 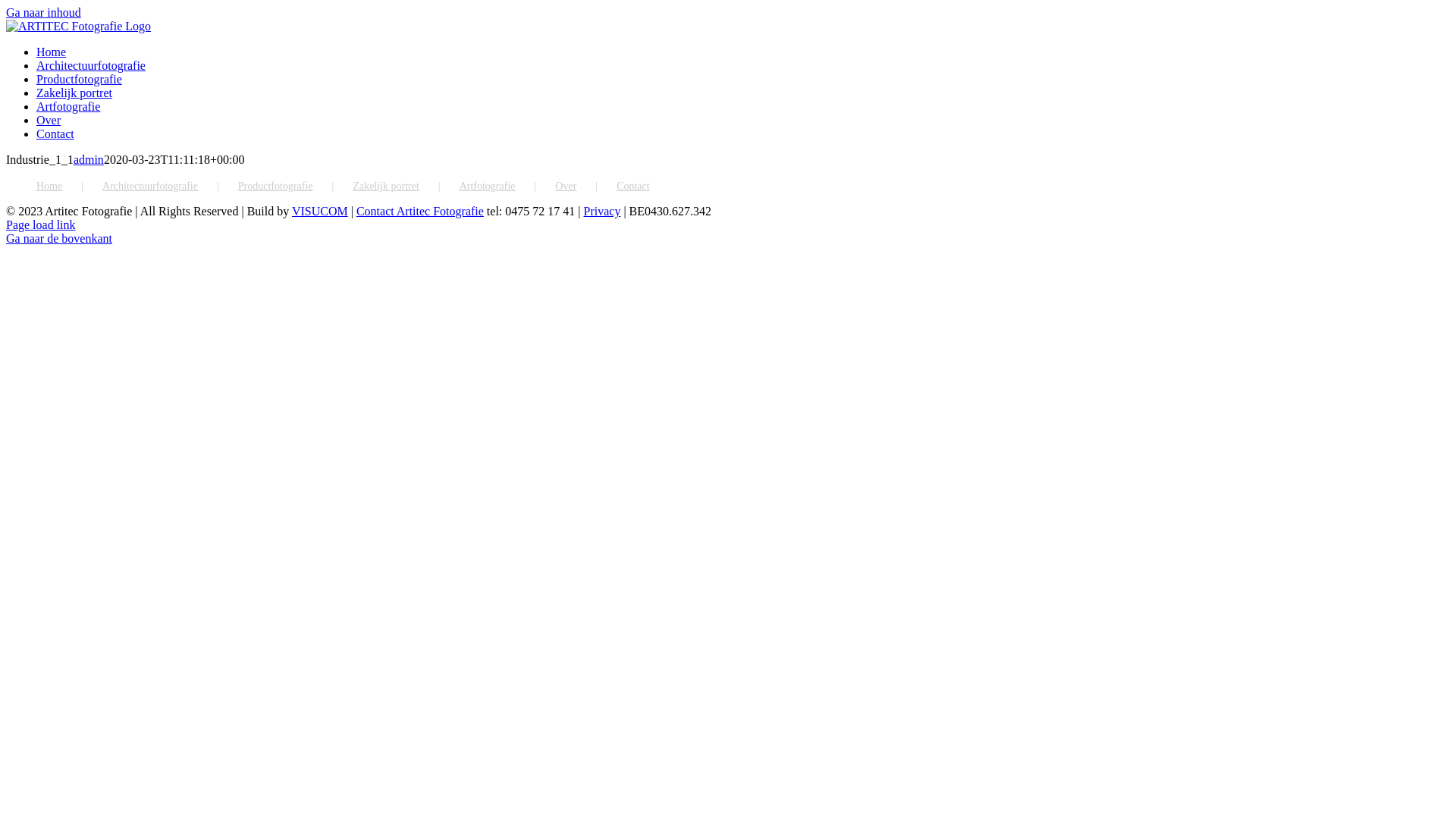 What do you see at coordinates (237, 186) in the screenshot?
I see `'Productfotografie'` at bounding box center [237, 186].